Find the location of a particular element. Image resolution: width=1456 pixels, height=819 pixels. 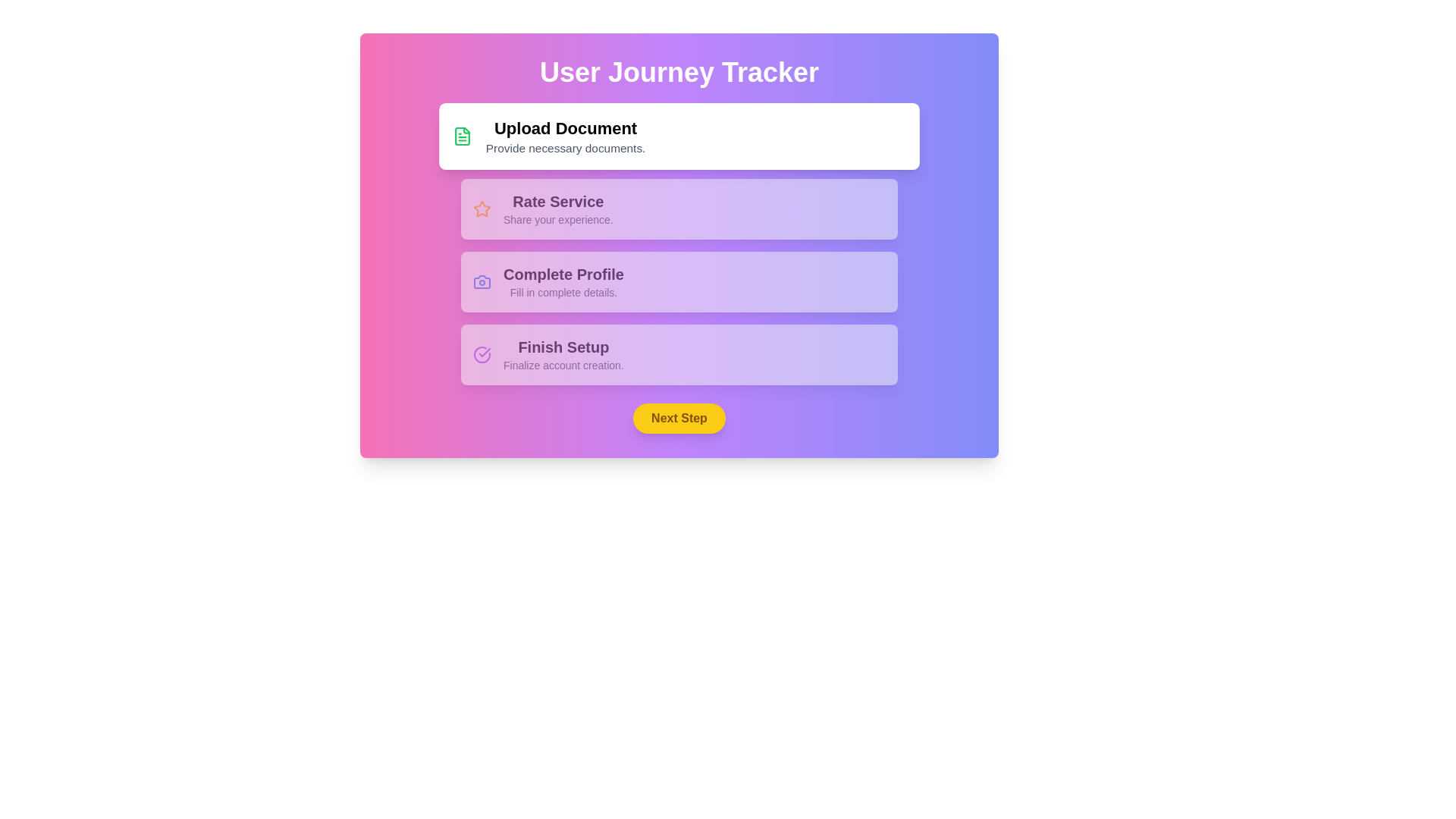

the instructional text label located directly beneath the 'Upload Document' text, providing additional details about the upload action is located at coordinates (565, 148).